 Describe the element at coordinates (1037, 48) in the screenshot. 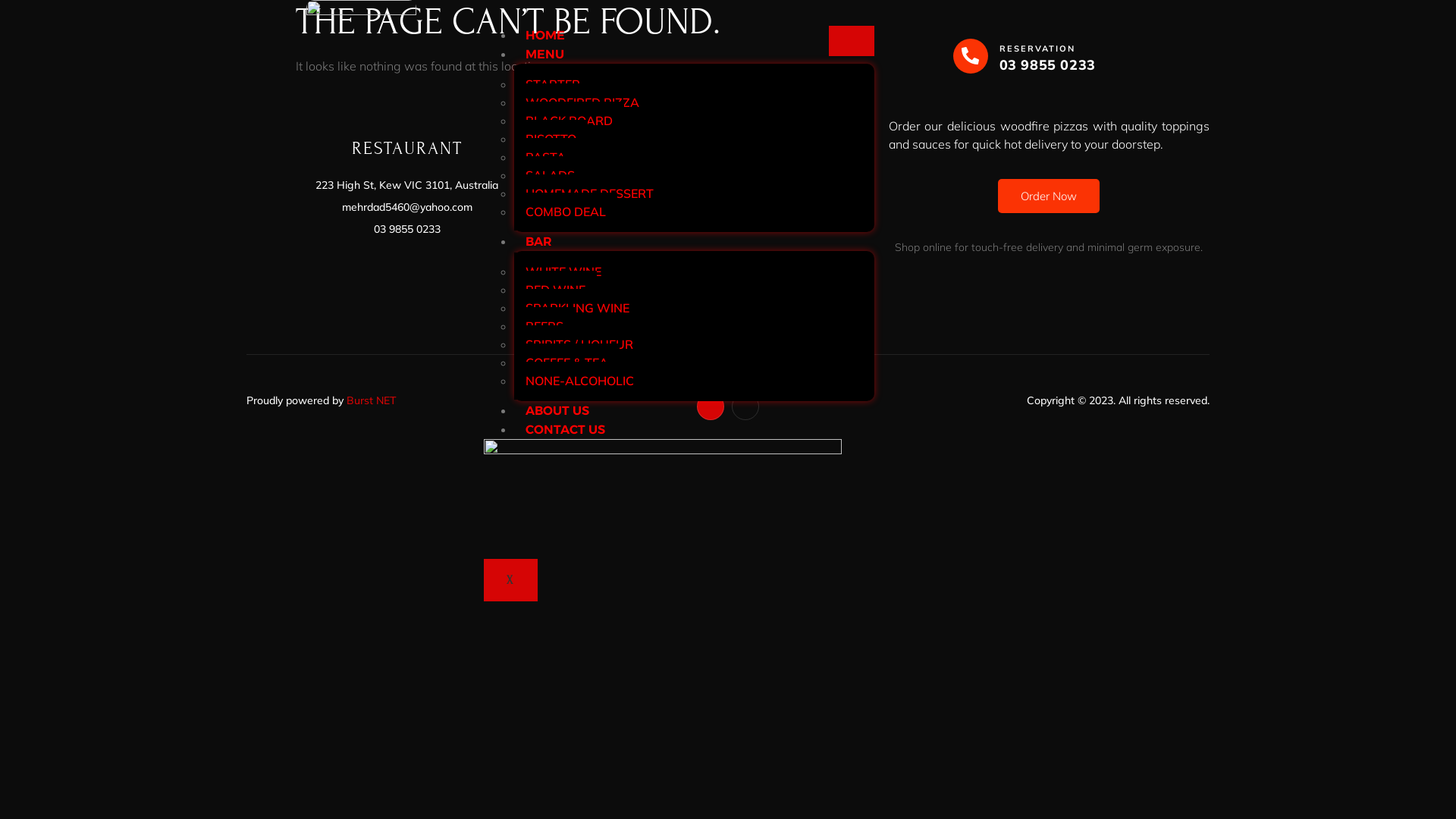

I see `'RESERVATION'` at that location.